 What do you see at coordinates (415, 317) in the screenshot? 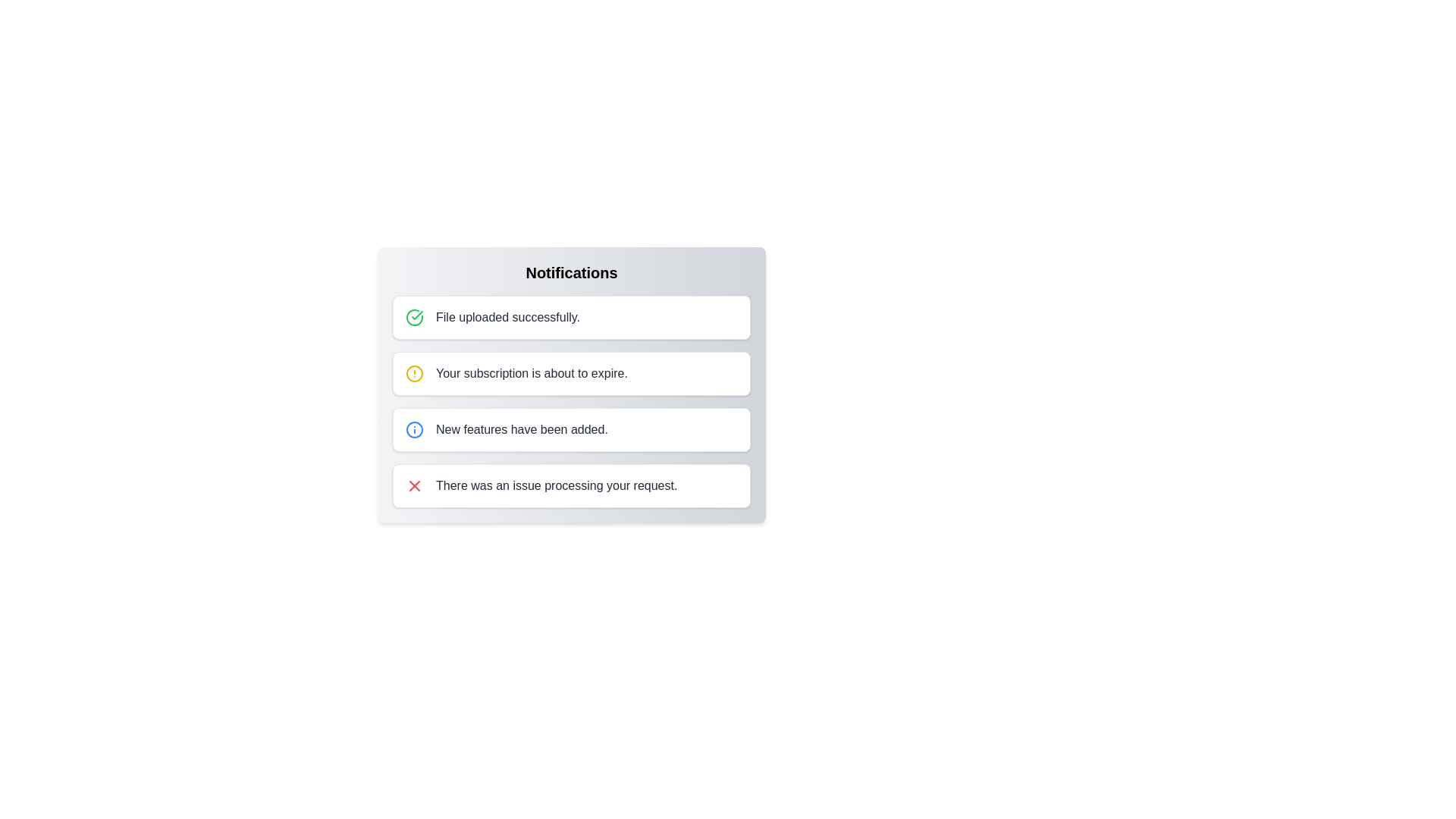
I see `the leftmost icon in the topmost notification card that indicates a successful file upload` at bounding box center [415, 317].